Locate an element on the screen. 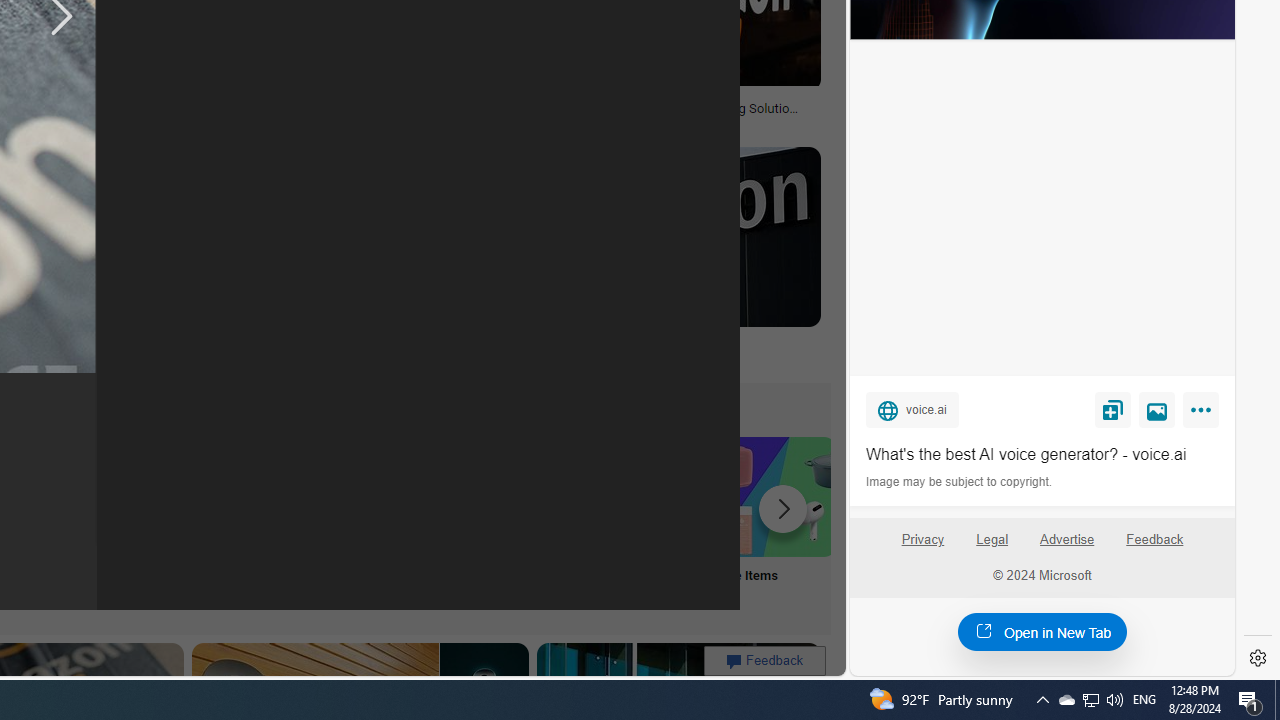 The height and width of the screenshot is (720, 1280). 'Save' is located at coordinates (1111, 408).